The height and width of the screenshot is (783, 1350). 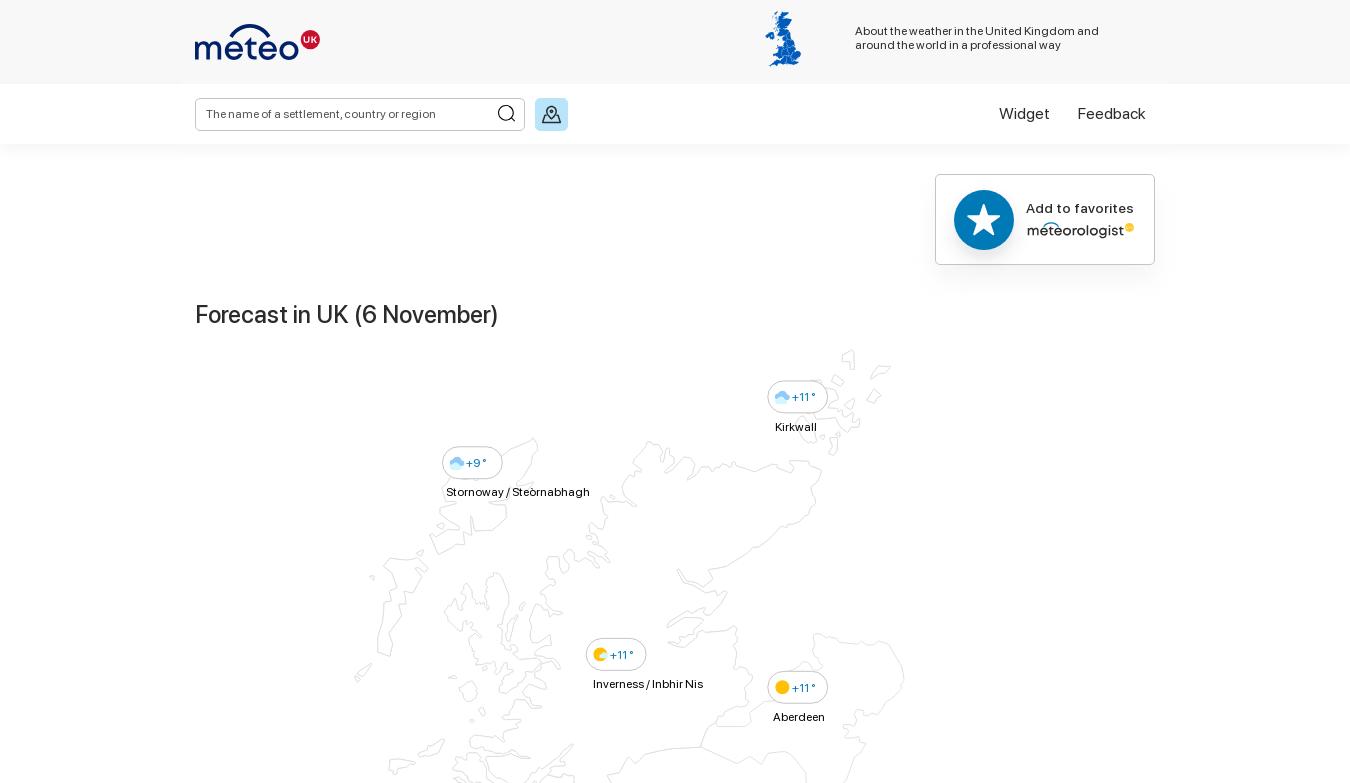 What do you see at coordinates (1080, 207) in the screenshot?
I see `'Add to favorites'` at bounding box center [1080, 207].